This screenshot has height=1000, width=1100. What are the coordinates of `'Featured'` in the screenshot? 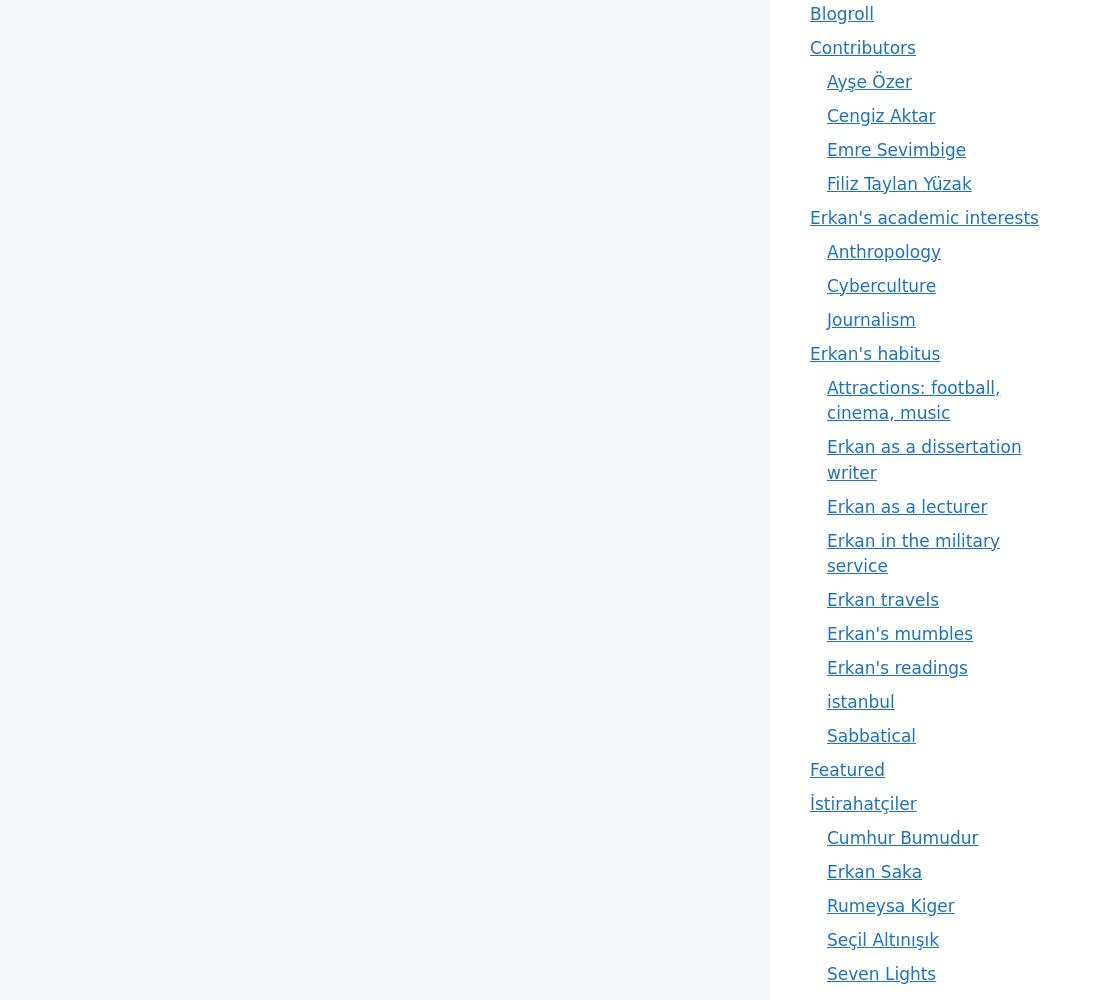 It's located at (846, 770).